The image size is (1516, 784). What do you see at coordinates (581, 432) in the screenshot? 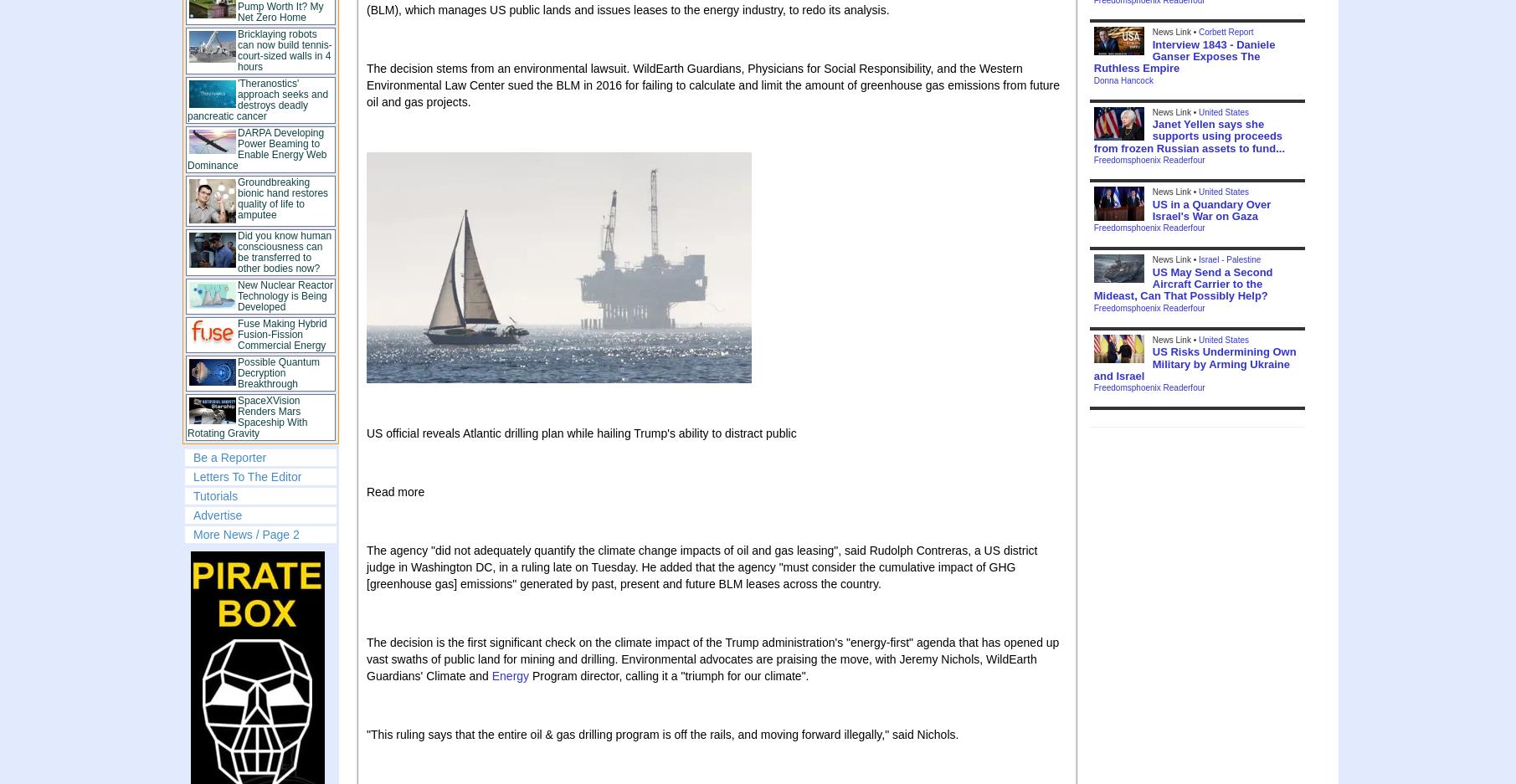
I see `'US official reveals Atlantic drilling plan while hailing Trump's ability to distract public'` at bounding box center [581, 432].